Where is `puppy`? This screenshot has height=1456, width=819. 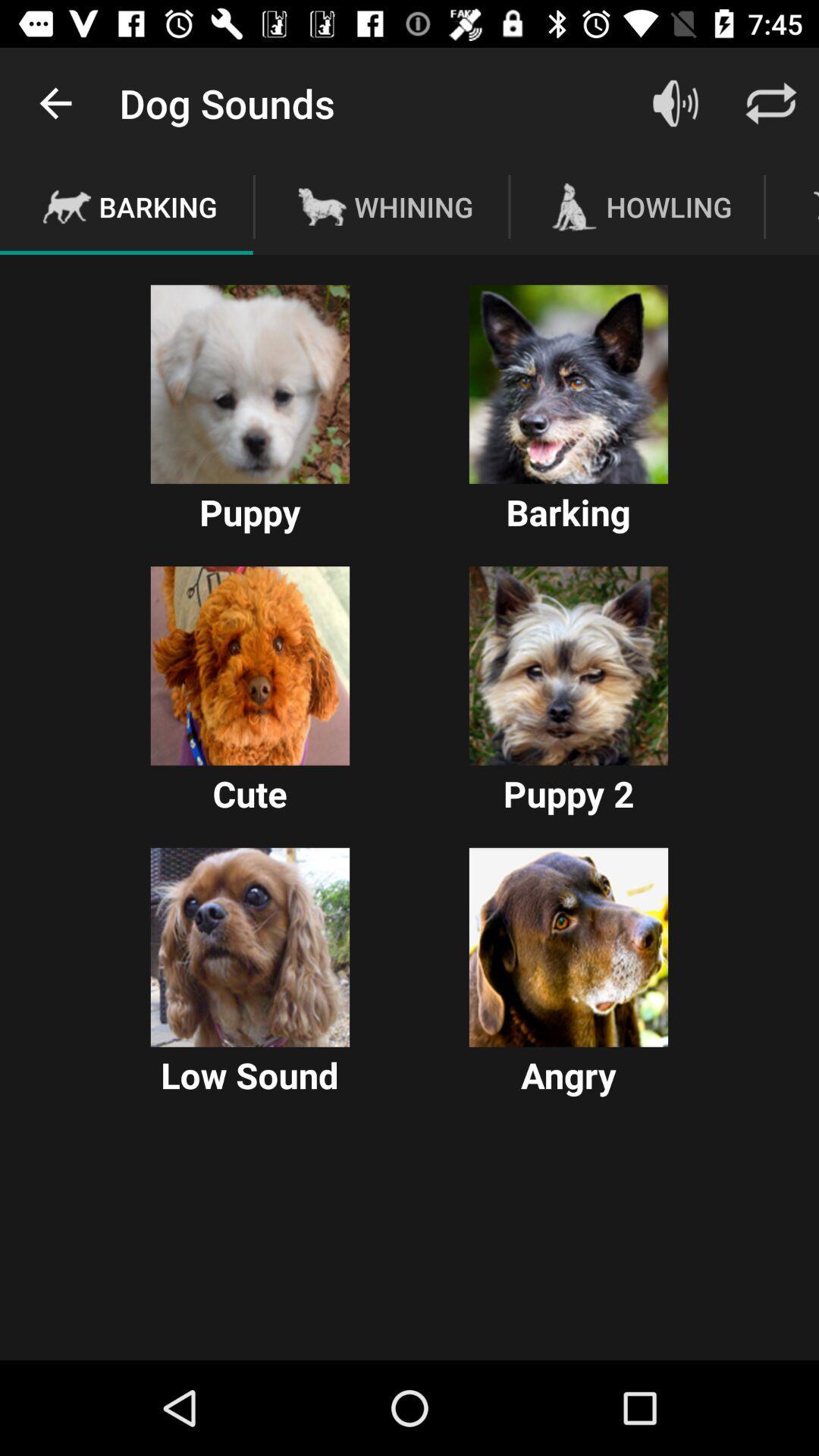
puppy is located at coordinates (249, 384).